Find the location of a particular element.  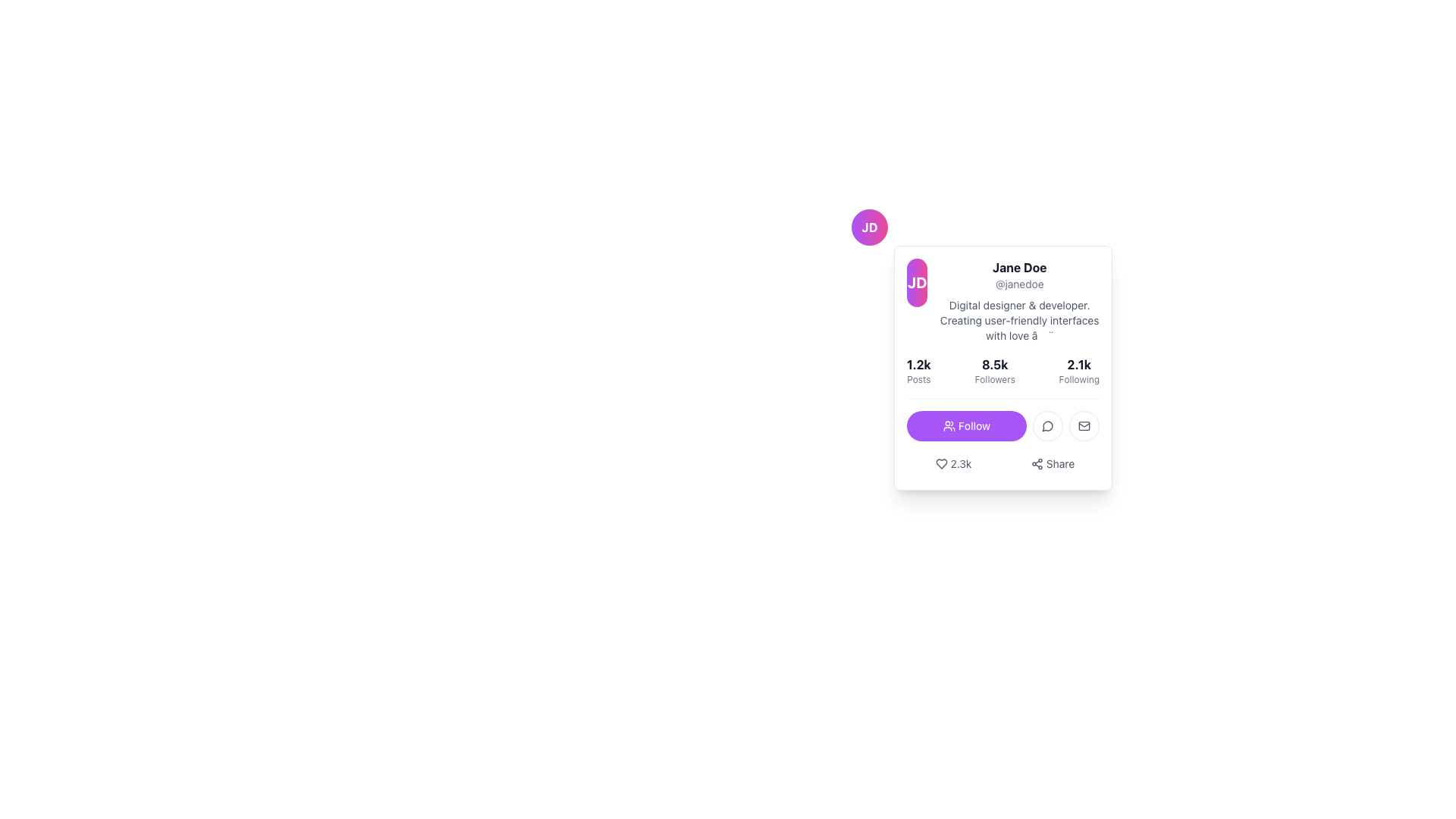

the circular avatar or profile picture displaying the initials 'JD' in bold white text, located in the top-left area of the user profile card is located at coordinates (870, 227).